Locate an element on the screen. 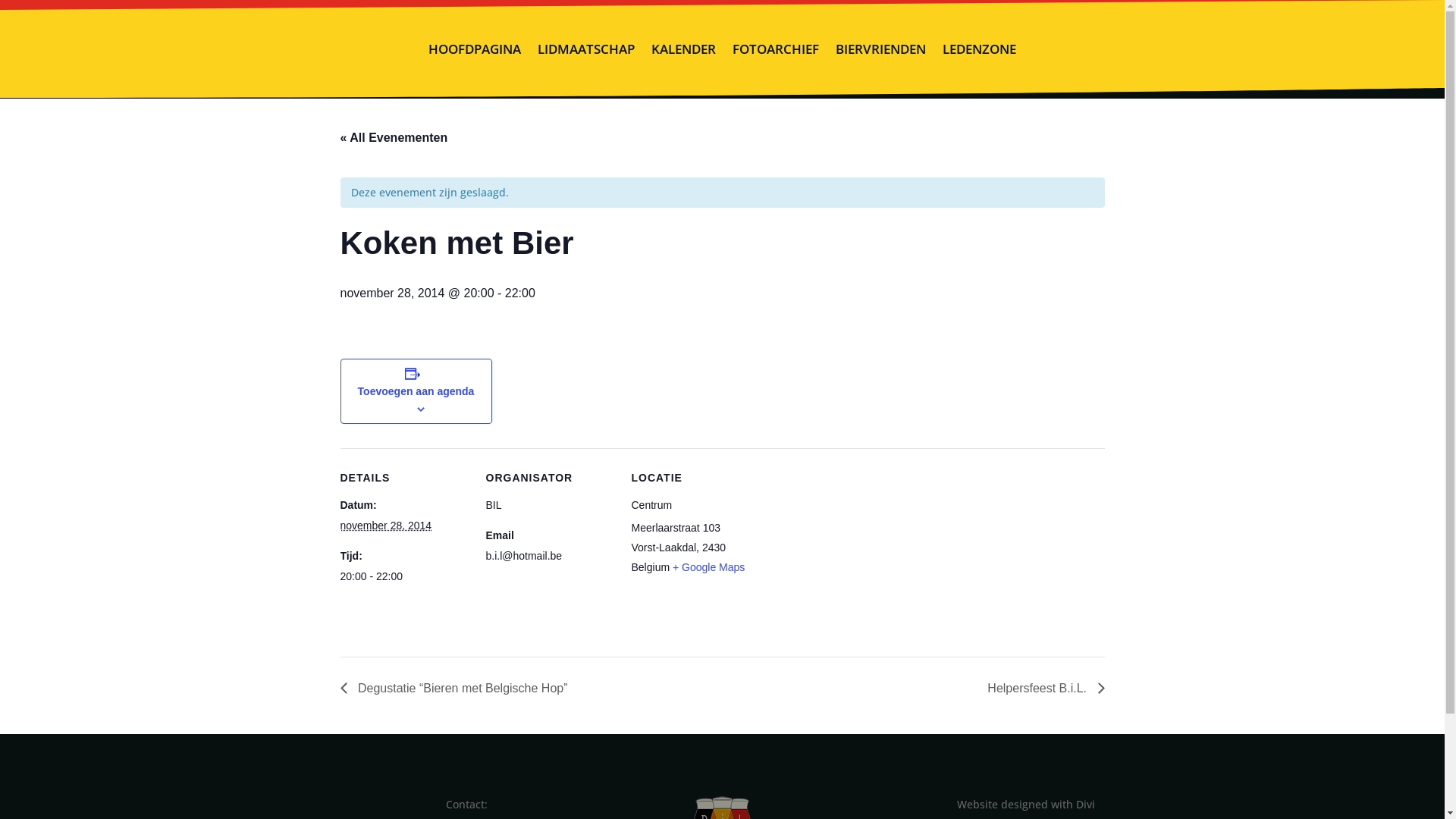 The height and width of the screenshot is (819, 1456). 'Helpersfeest B.i.L.' is located at coordinates (1040, 688).